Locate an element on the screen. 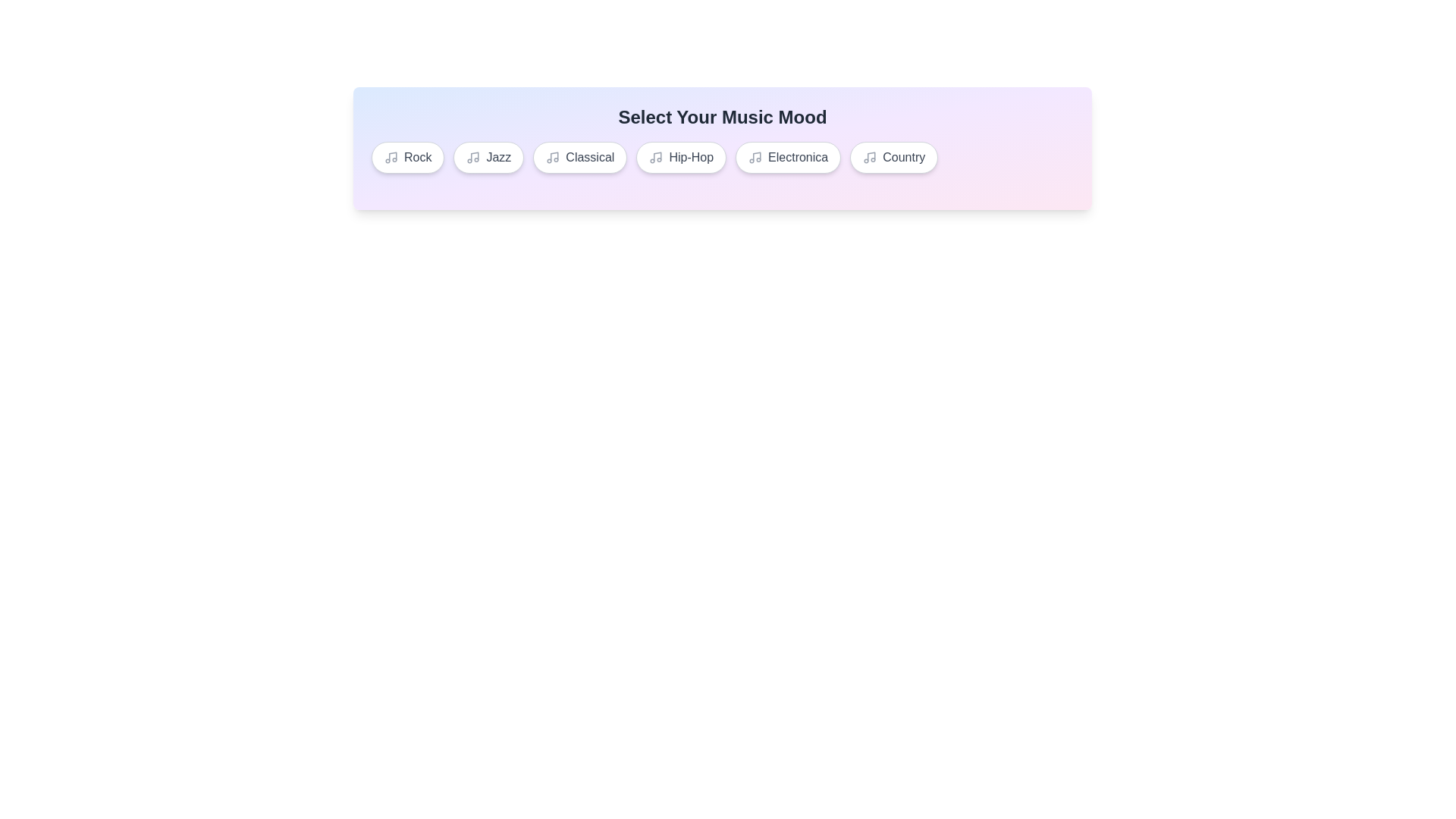 This screenshot has width=1456, height=819. the music tag Electronica from the list is located at coordinates (787, 158).